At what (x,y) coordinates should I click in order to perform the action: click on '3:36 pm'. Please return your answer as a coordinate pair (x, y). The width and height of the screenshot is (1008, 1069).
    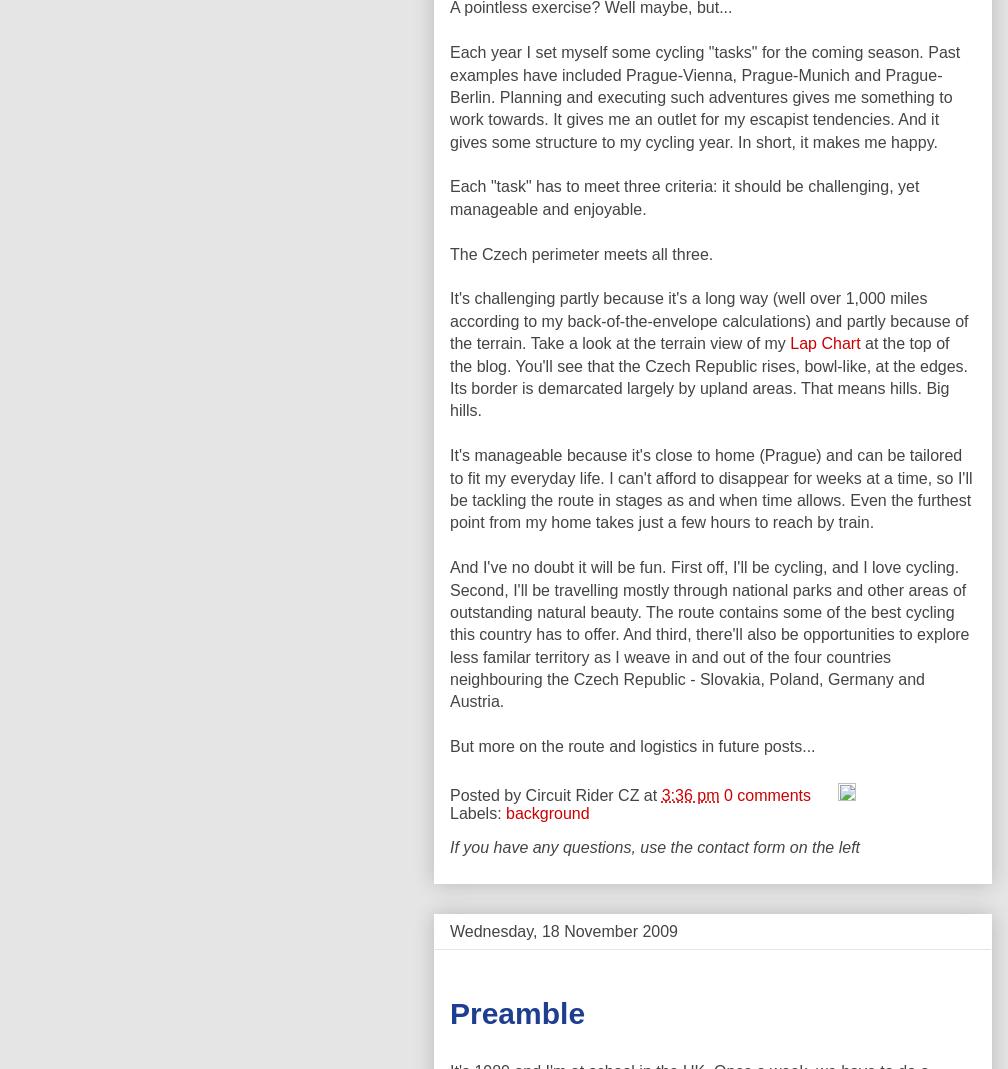
    Looking at the image, I should click on (689, 794).